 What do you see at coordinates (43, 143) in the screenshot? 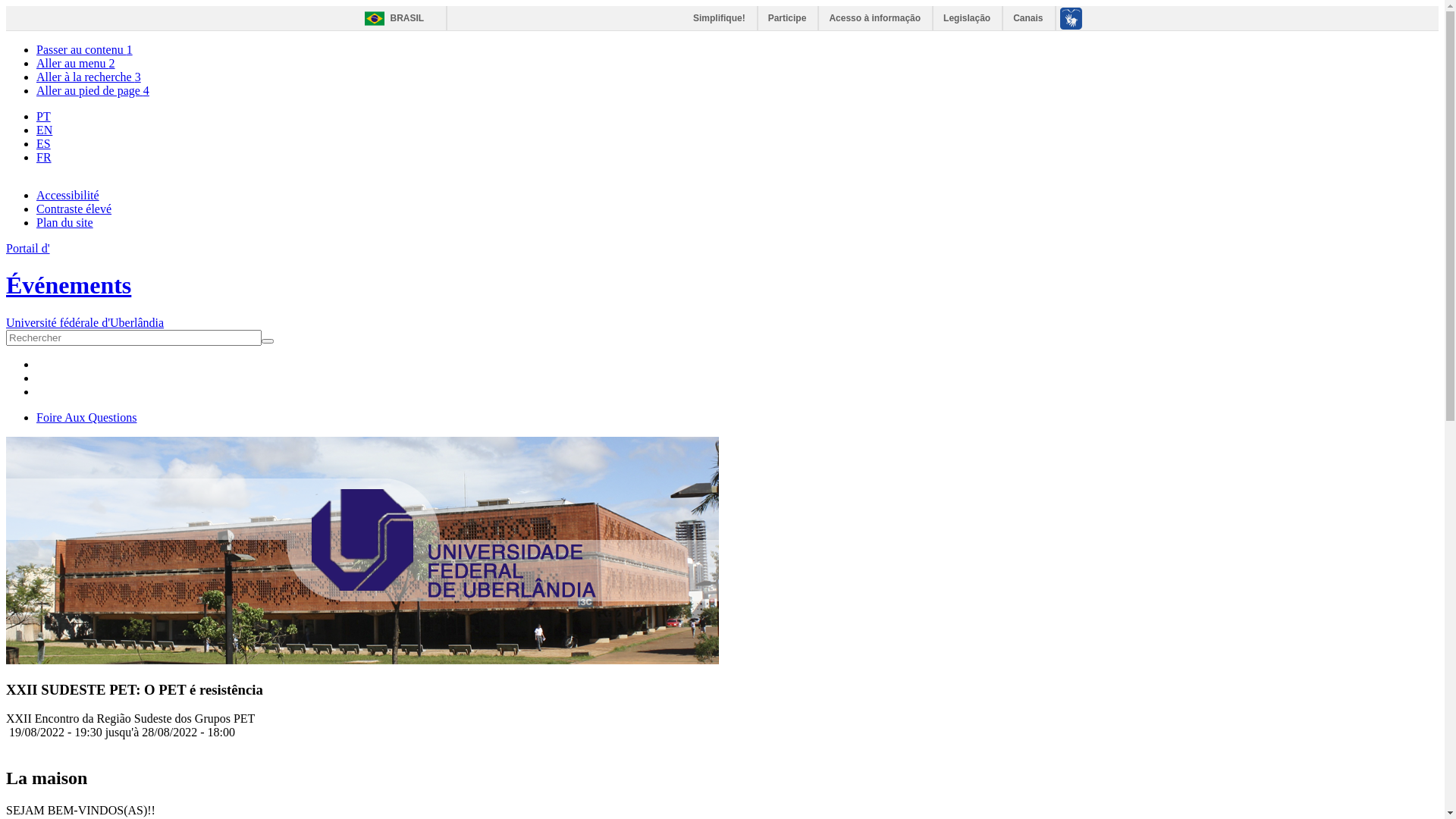
I see `'ES'` at bounding box center [43, 143].